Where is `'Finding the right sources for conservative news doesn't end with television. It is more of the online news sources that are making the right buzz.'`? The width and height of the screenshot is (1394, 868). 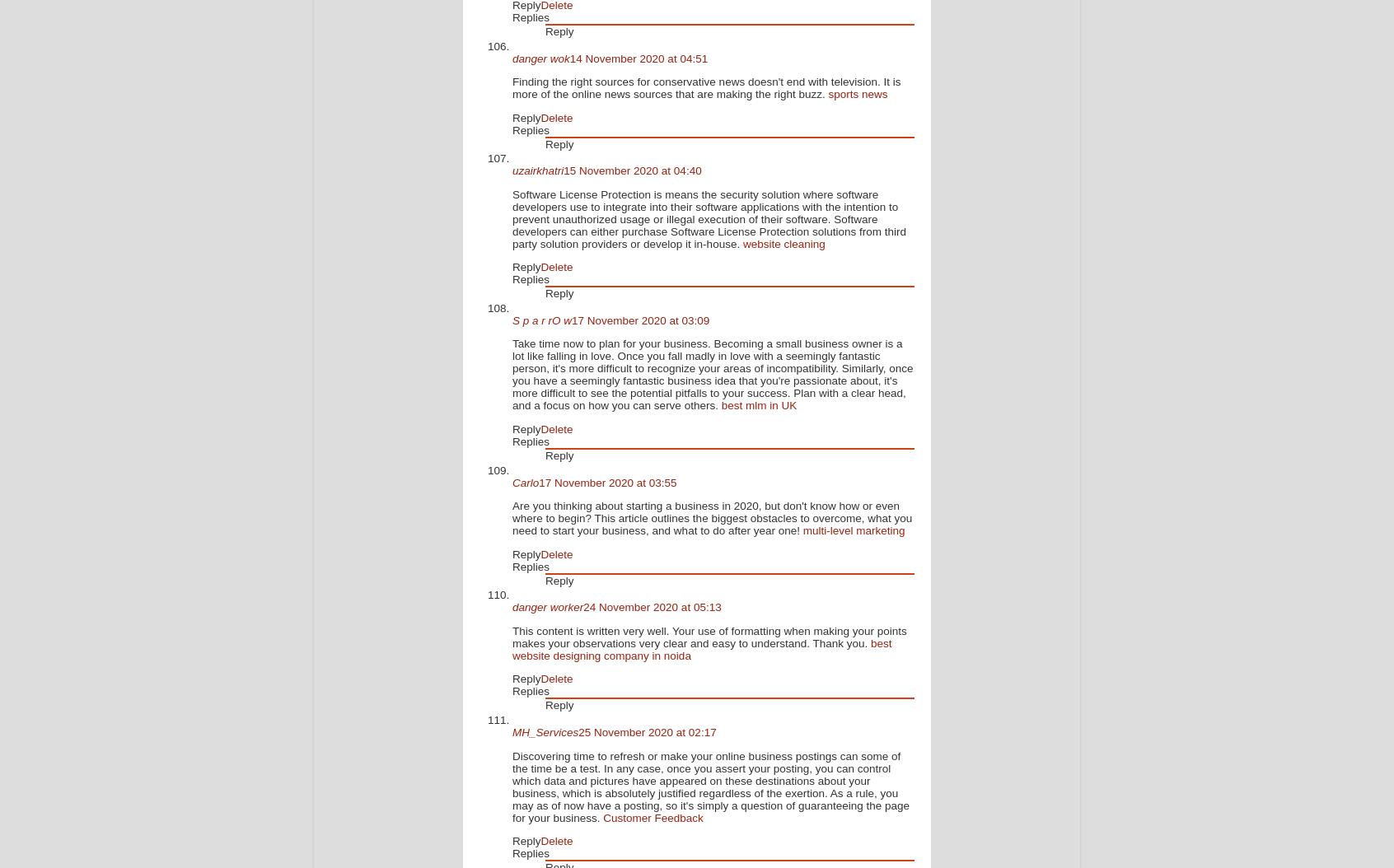 'Finding the right sources for conservative news doesn't end with television. It is more of the online news sources that are making the right buzz.' is located at coordinates (705, 87).